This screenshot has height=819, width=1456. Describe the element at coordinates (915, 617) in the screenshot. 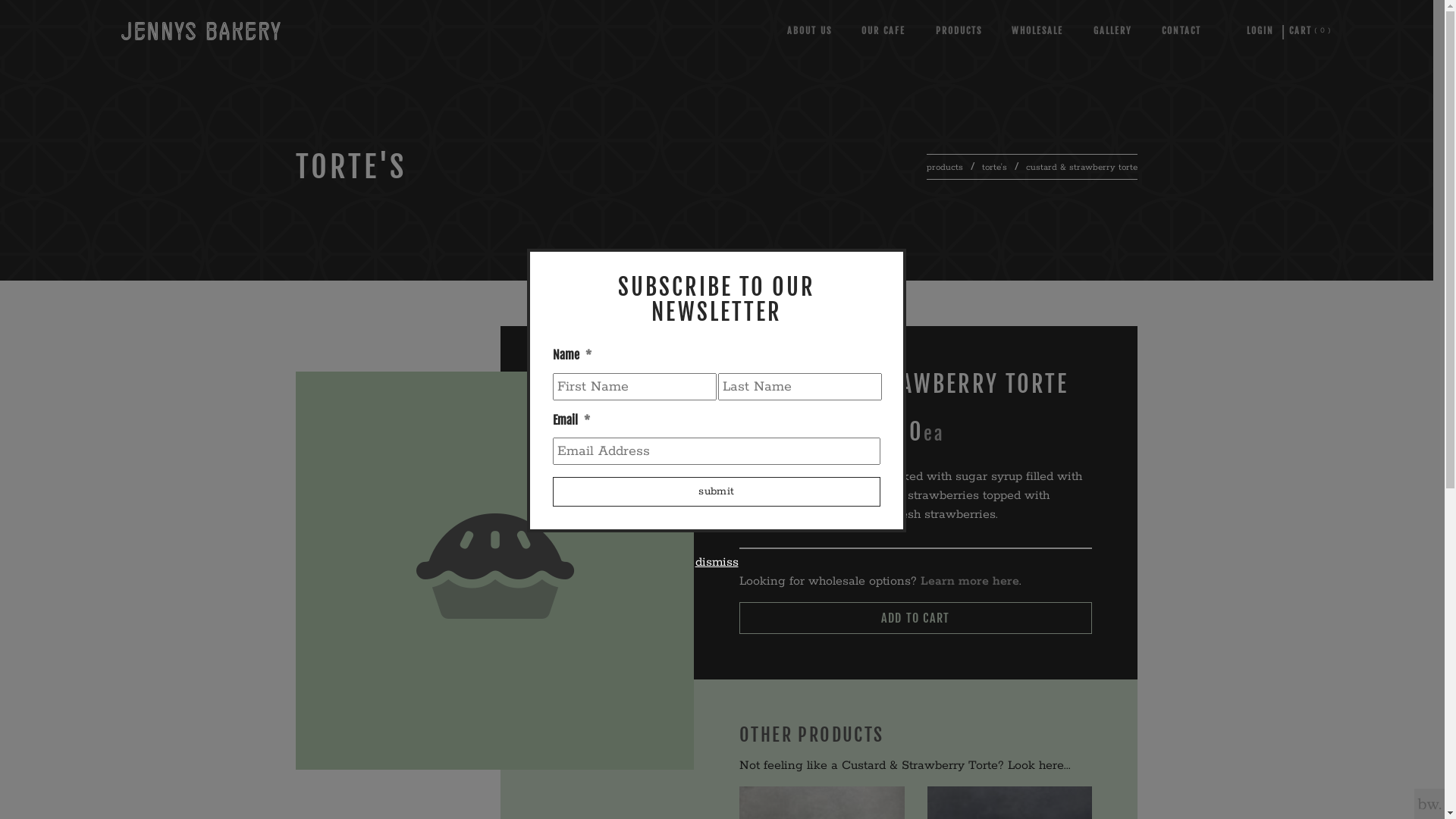

I see `'ADD TO CART'` at that location.